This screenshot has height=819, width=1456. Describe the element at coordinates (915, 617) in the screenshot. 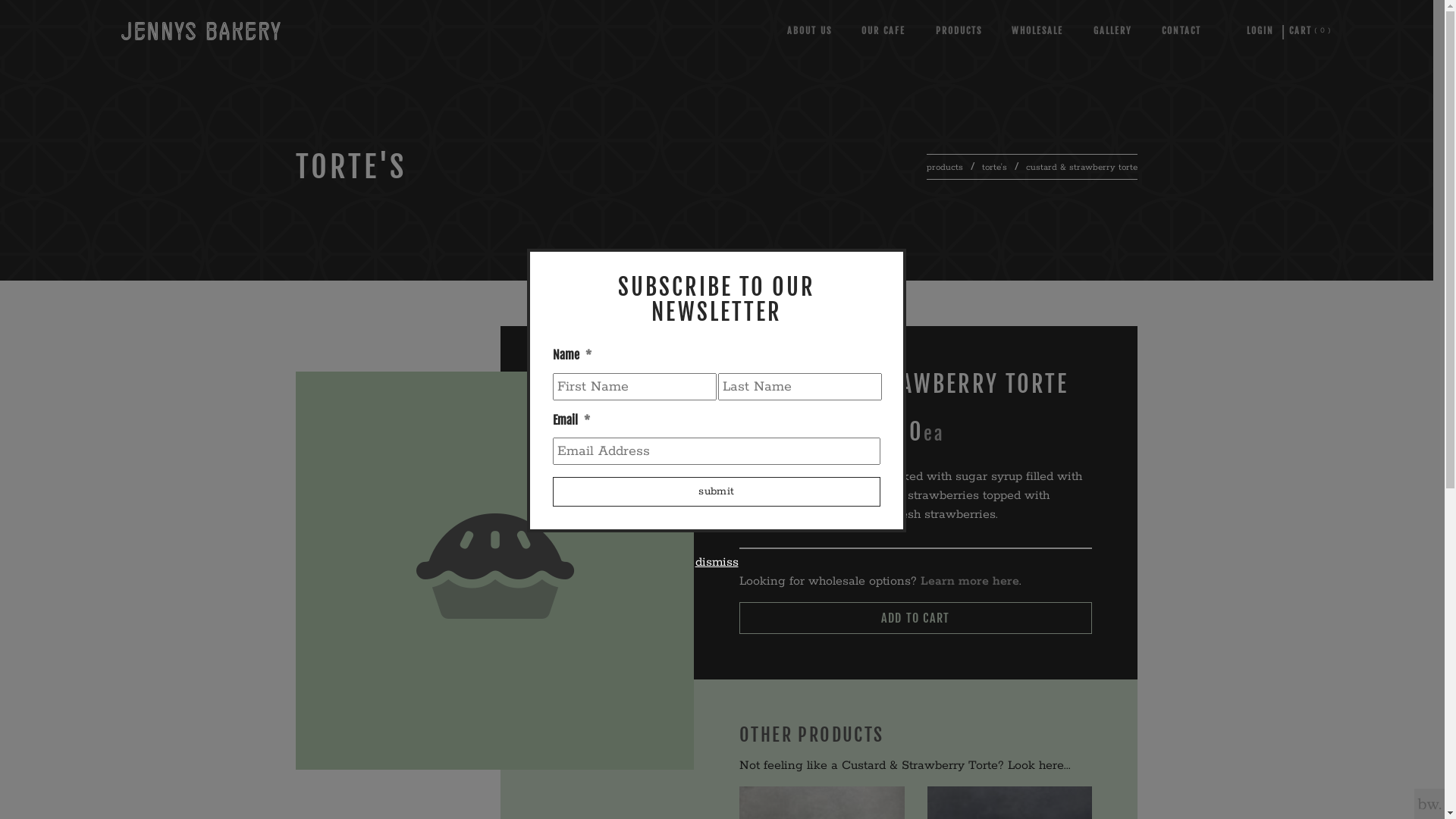

I see `'ADD TO CART'` at that location.